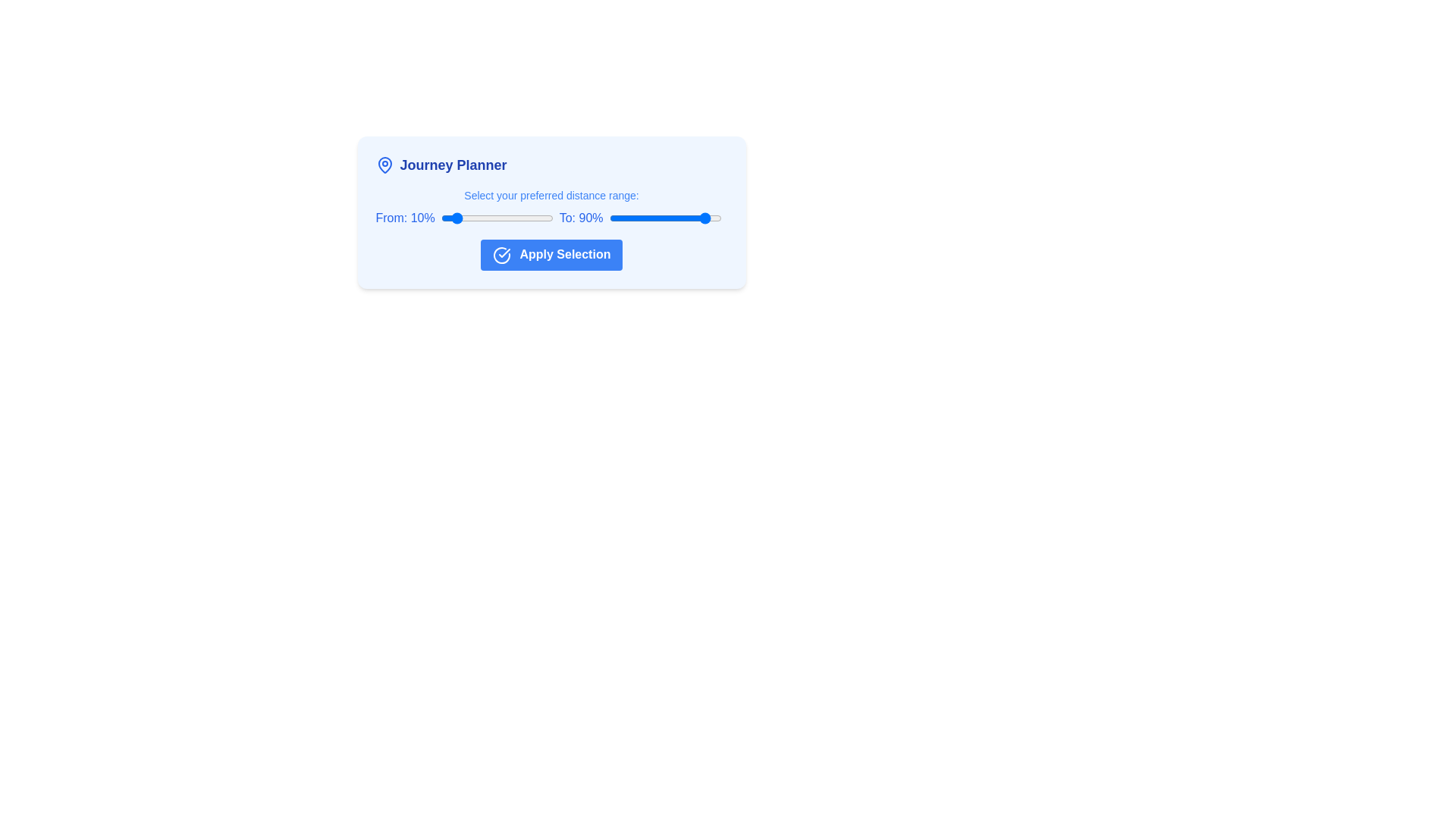 Image resolution: width=1456 pixels, height=819 pixels. Describe the element at coordinates (453, 165) in the screenshot. I see `the text label identifying the journey planning section, which is located immediately to the right of a blue circular pin icon` at that location.